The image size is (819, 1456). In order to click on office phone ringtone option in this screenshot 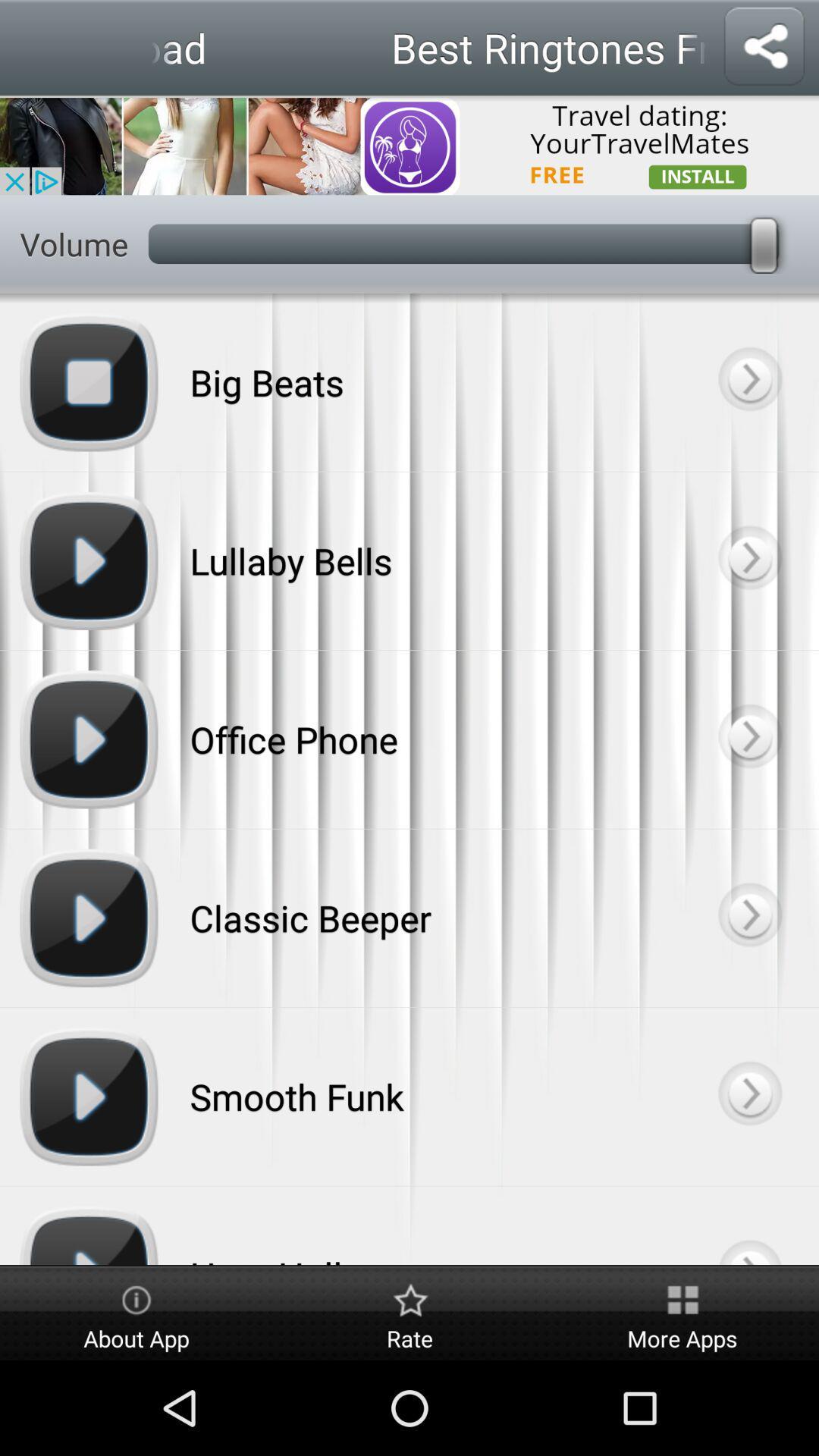, I will do `click(748, 739)`.